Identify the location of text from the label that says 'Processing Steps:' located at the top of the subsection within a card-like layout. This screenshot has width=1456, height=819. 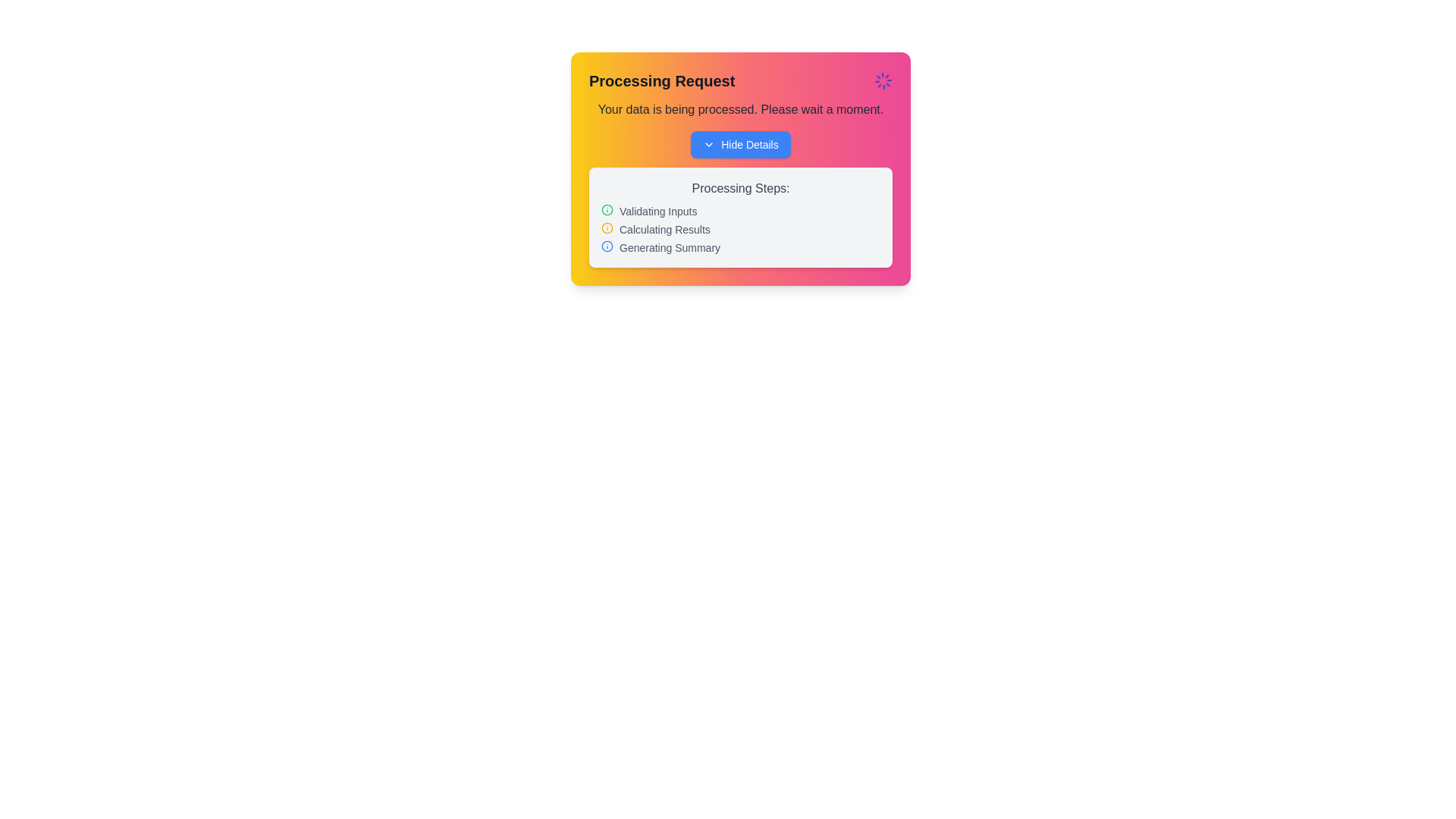
(741, 188).